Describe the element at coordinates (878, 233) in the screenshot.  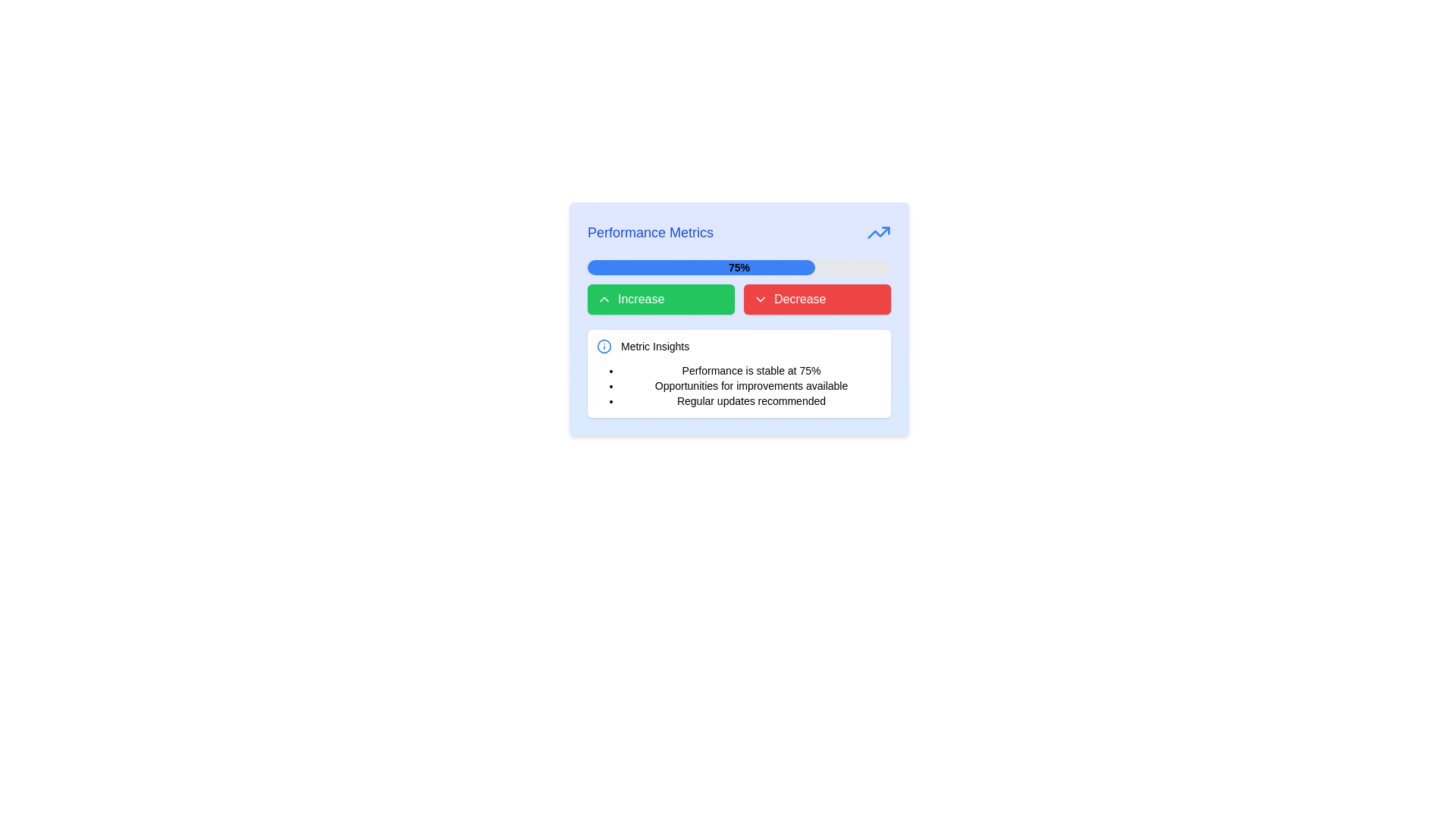
I see `the upward trend icon located at the top-right corner of the performance metrics card, which visually represents positive growth` at that location.